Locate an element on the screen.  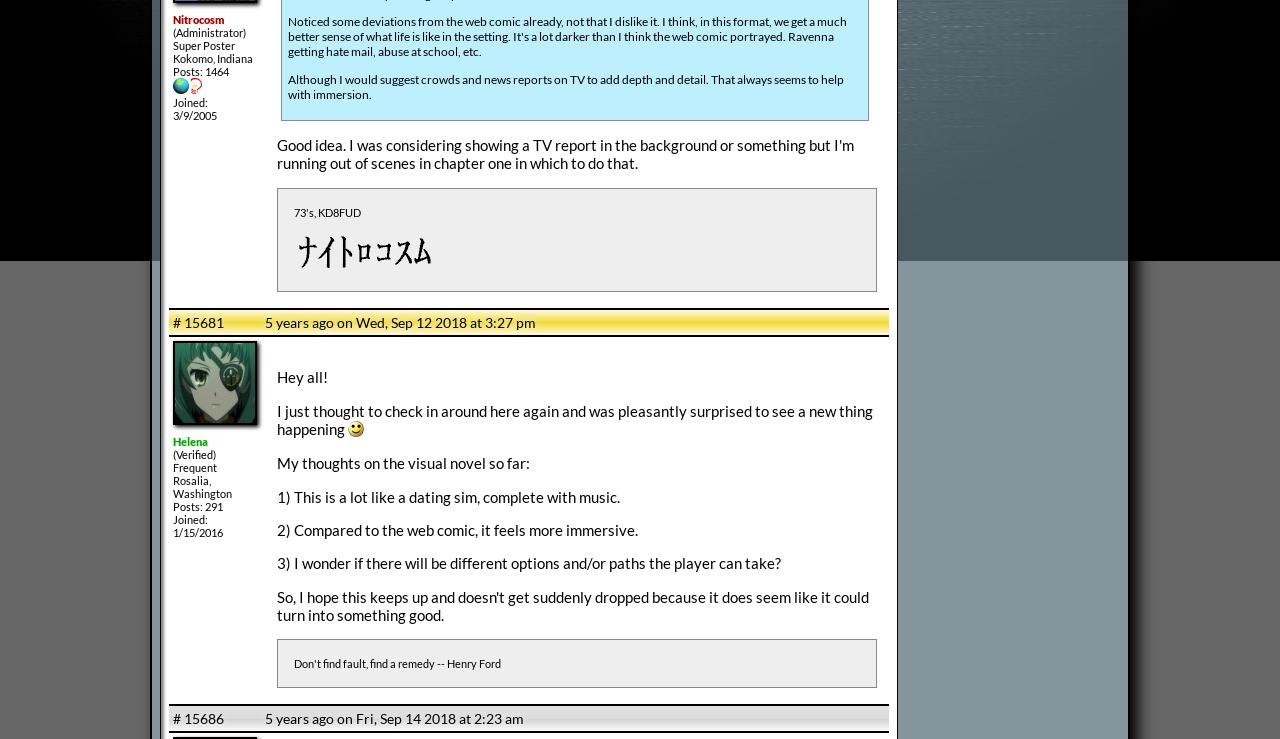
'My thoughts on the visual novel so far:' is located at coordinates (275, 462).